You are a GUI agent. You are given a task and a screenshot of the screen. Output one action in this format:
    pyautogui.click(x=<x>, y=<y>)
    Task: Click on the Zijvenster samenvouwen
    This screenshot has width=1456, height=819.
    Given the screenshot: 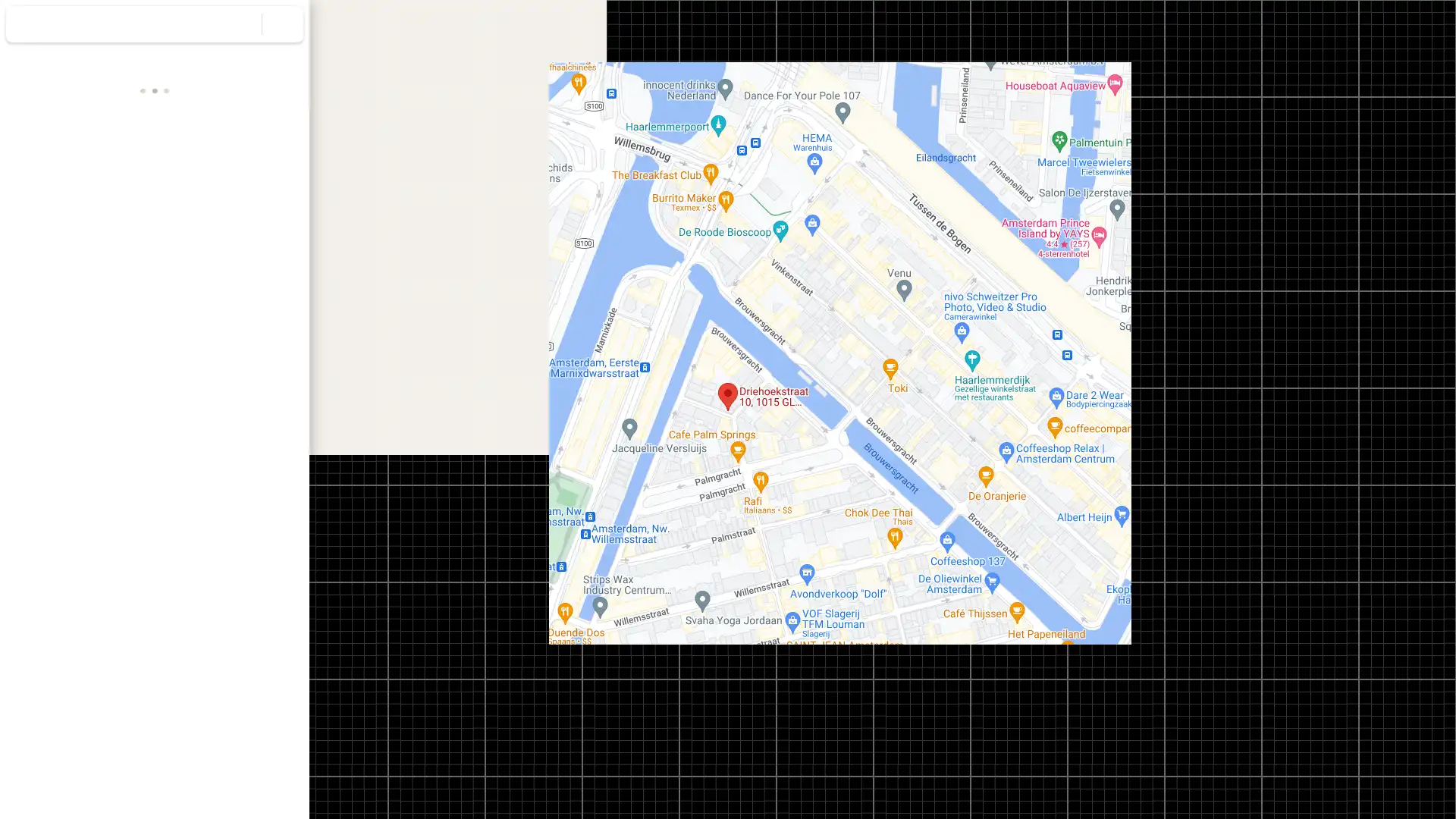 What is the action you would take?
    pyautogui.click(x=317, y=409)
    